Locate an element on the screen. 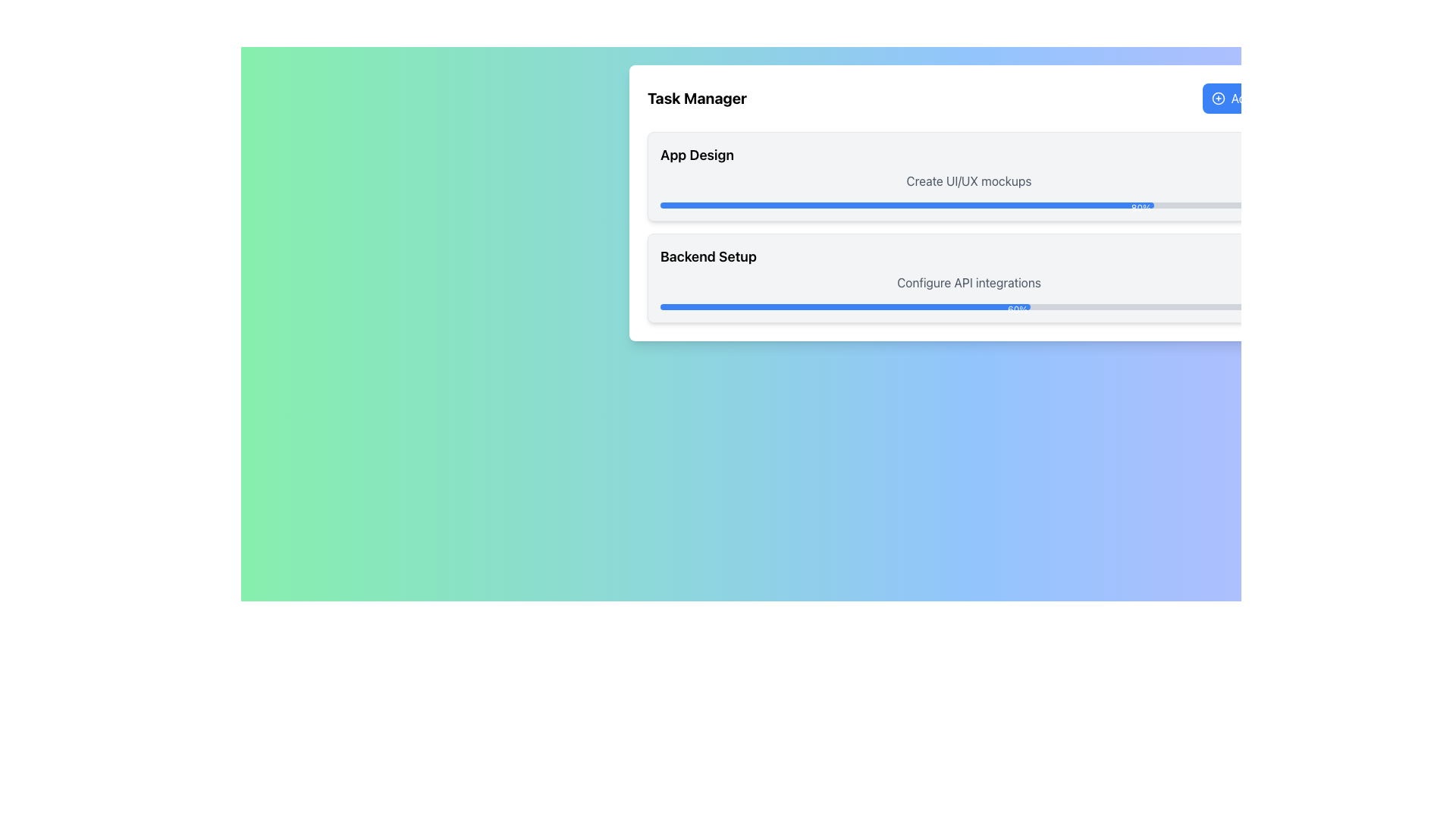 This screenshot has width=1456, height=819. the progress percentage displayed on the blue progress bar indicating 80% completion in the 'App Design' section of the task manager interface is located at coordinates (907, 205).